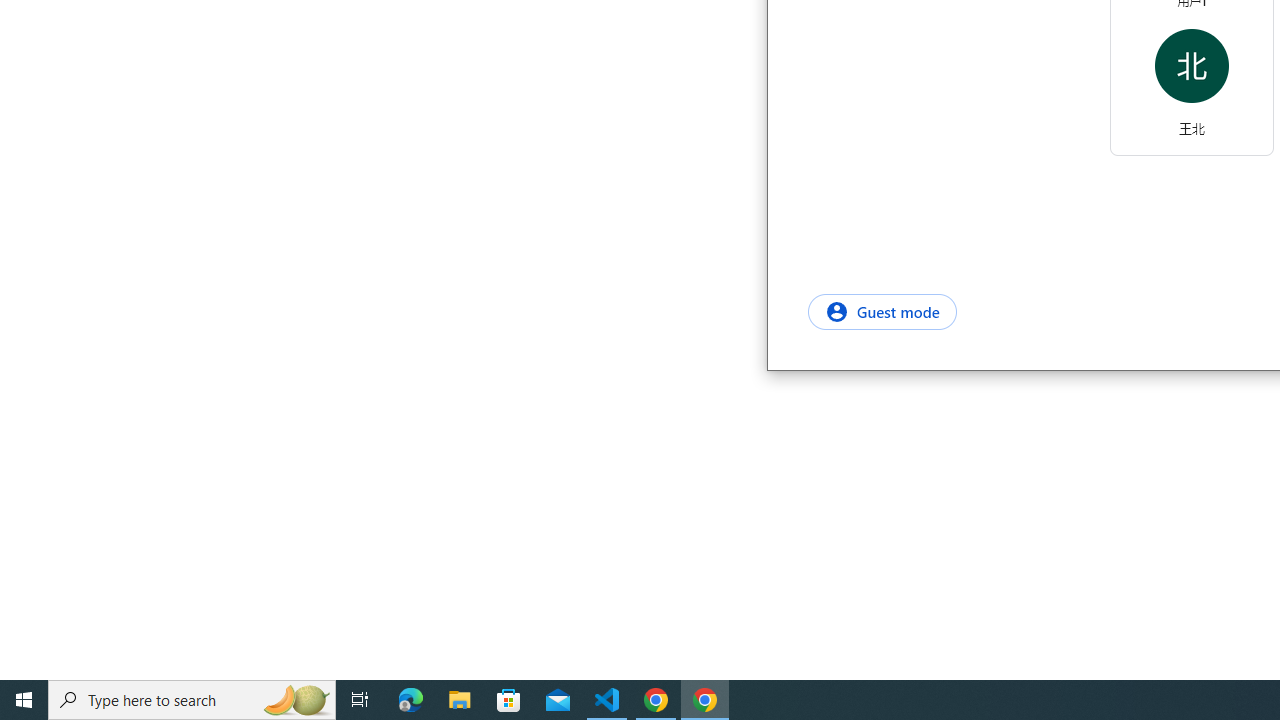 The width and height of the screenshot is (1280, 720). I want to click on 'Microsoft Store', so click(509, 698).